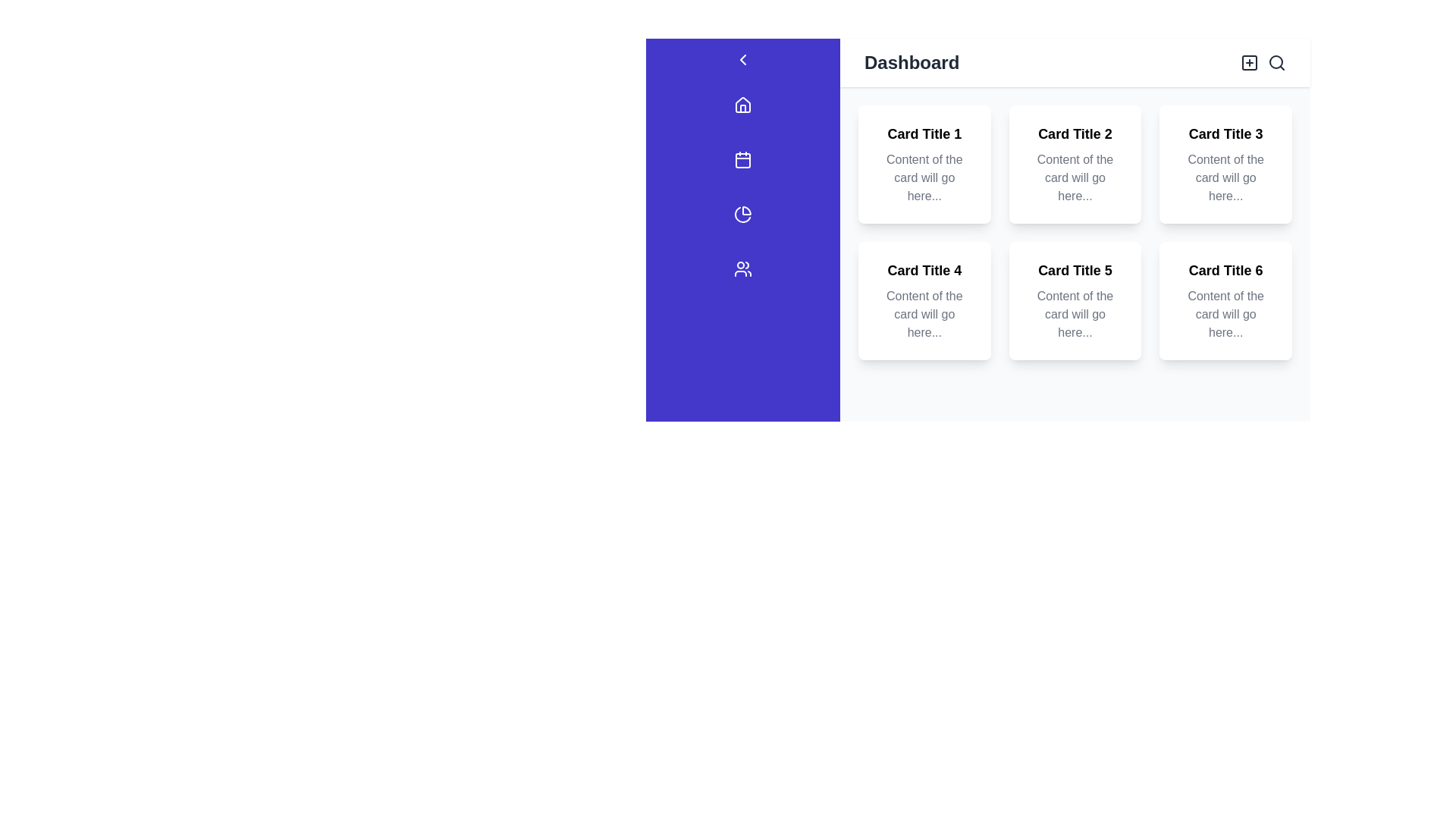  Describe the element at coordinates (1225, 314) in the screenshot. I see `the text component displaying 'Content of the card will go here...' which is styled in light grey and located below 'Card Title 6' in the sixth card of the grid layout` at that location.